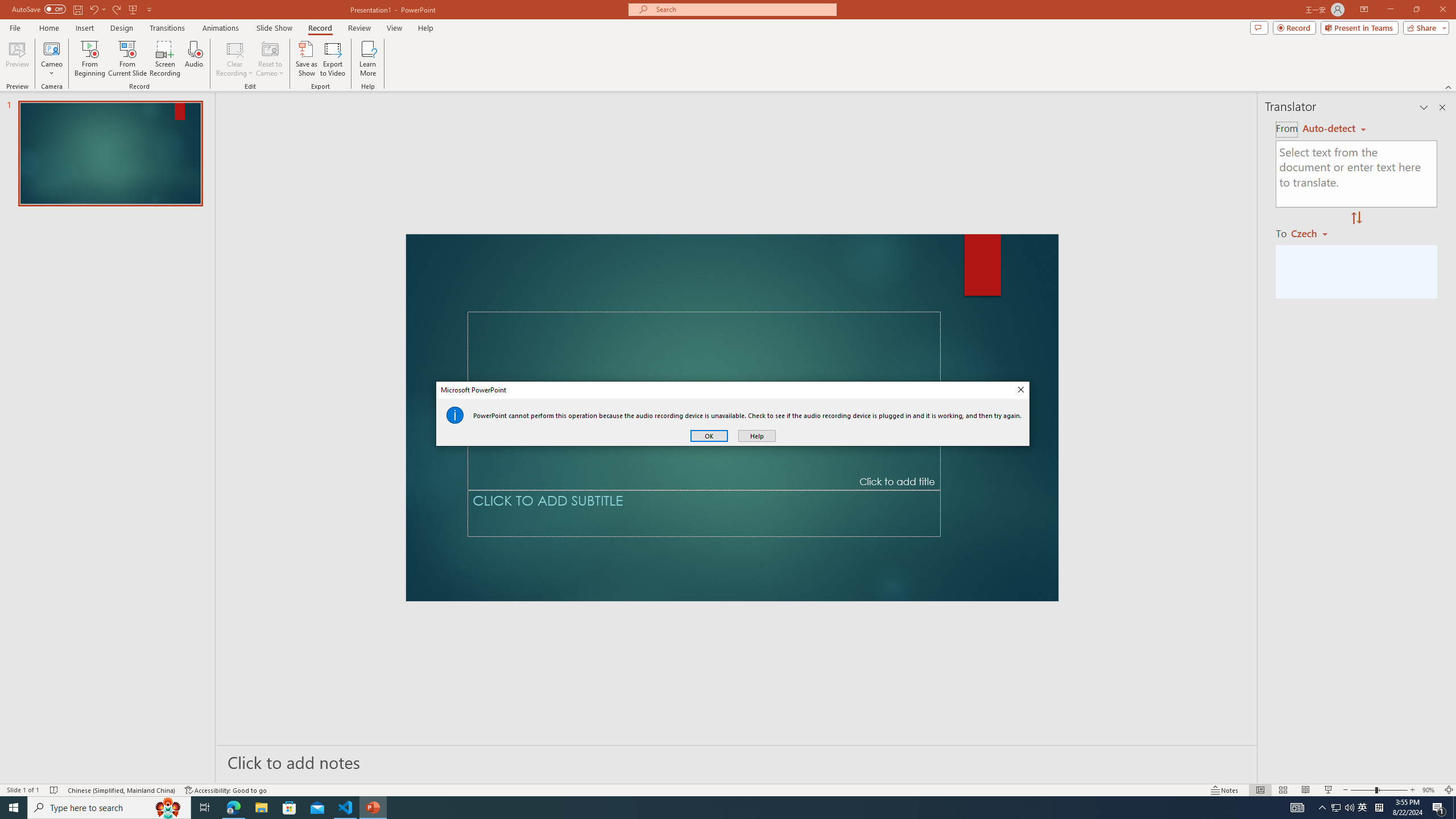 This screenshot has height=819, width=1456. I want to click on 'Accessibility Checker Accessibility: Good to go', so click(226, 790).